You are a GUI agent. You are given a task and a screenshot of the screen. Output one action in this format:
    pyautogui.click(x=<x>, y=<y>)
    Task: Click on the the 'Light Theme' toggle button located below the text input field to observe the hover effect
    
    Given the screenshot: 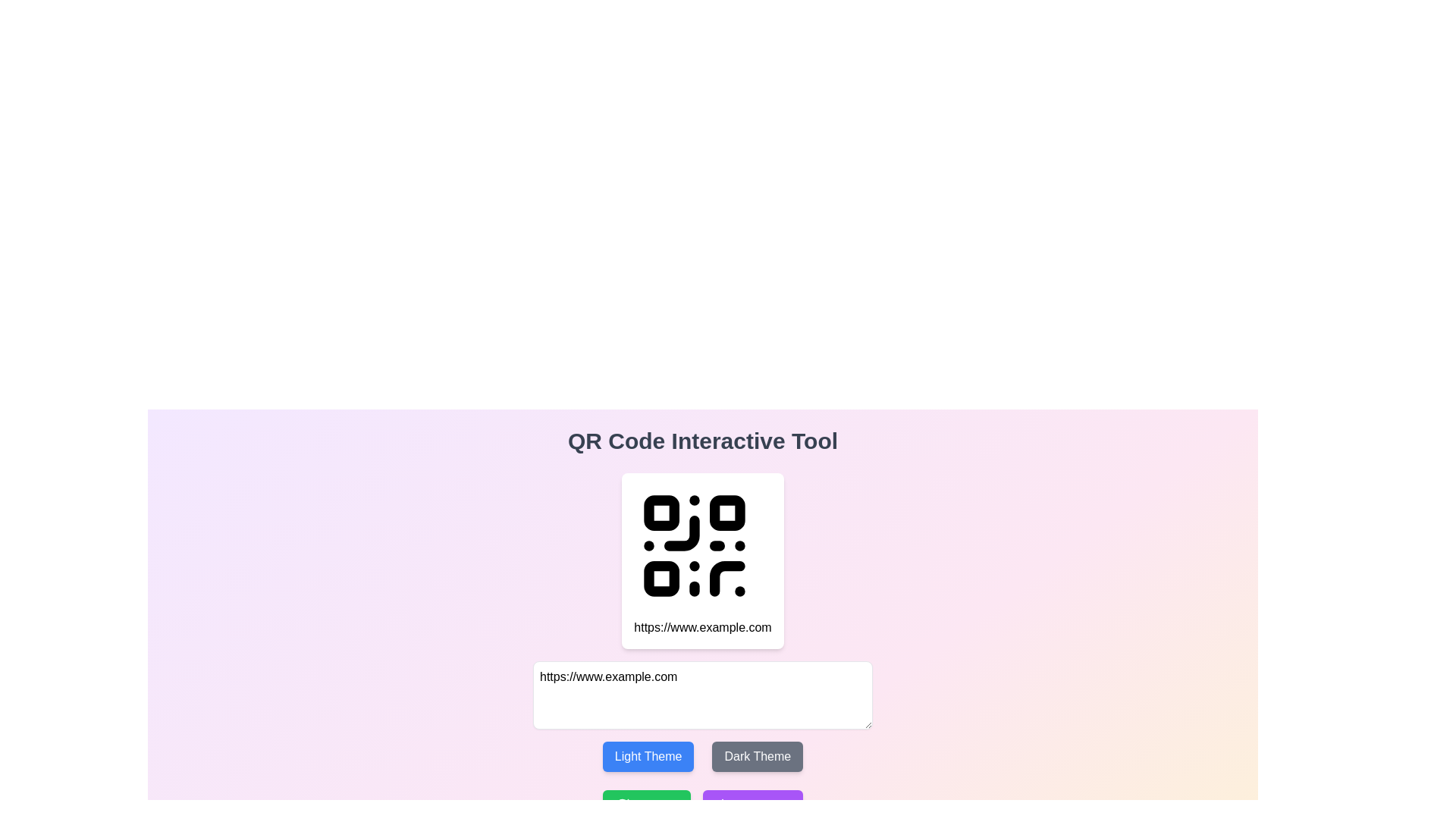 What is the action you would take?
    pyautogui.click(x=648, y=757)
    